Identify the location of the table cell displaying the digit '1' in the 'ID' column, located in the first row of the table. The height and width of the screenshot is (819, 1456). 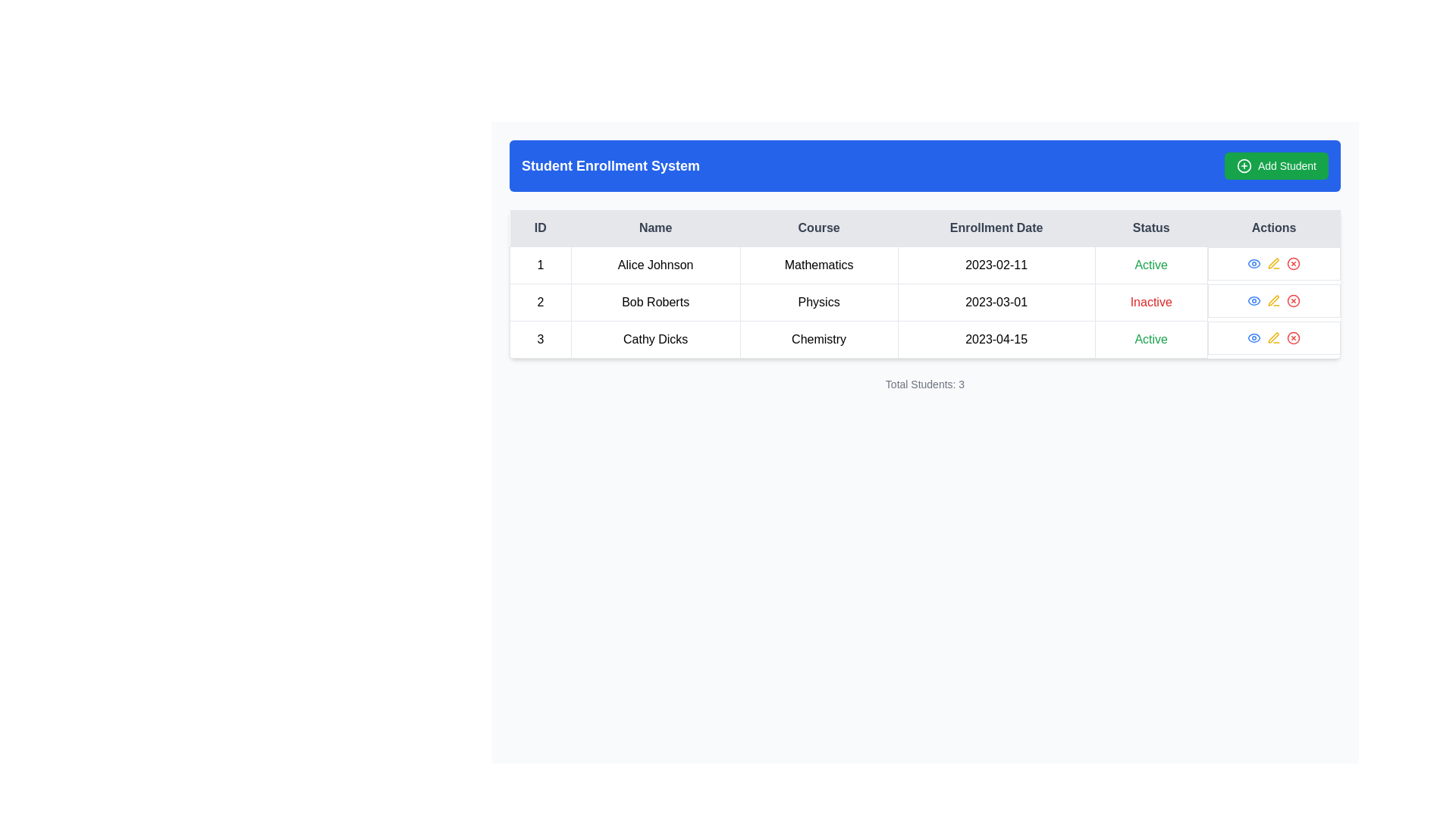
(540, 265).